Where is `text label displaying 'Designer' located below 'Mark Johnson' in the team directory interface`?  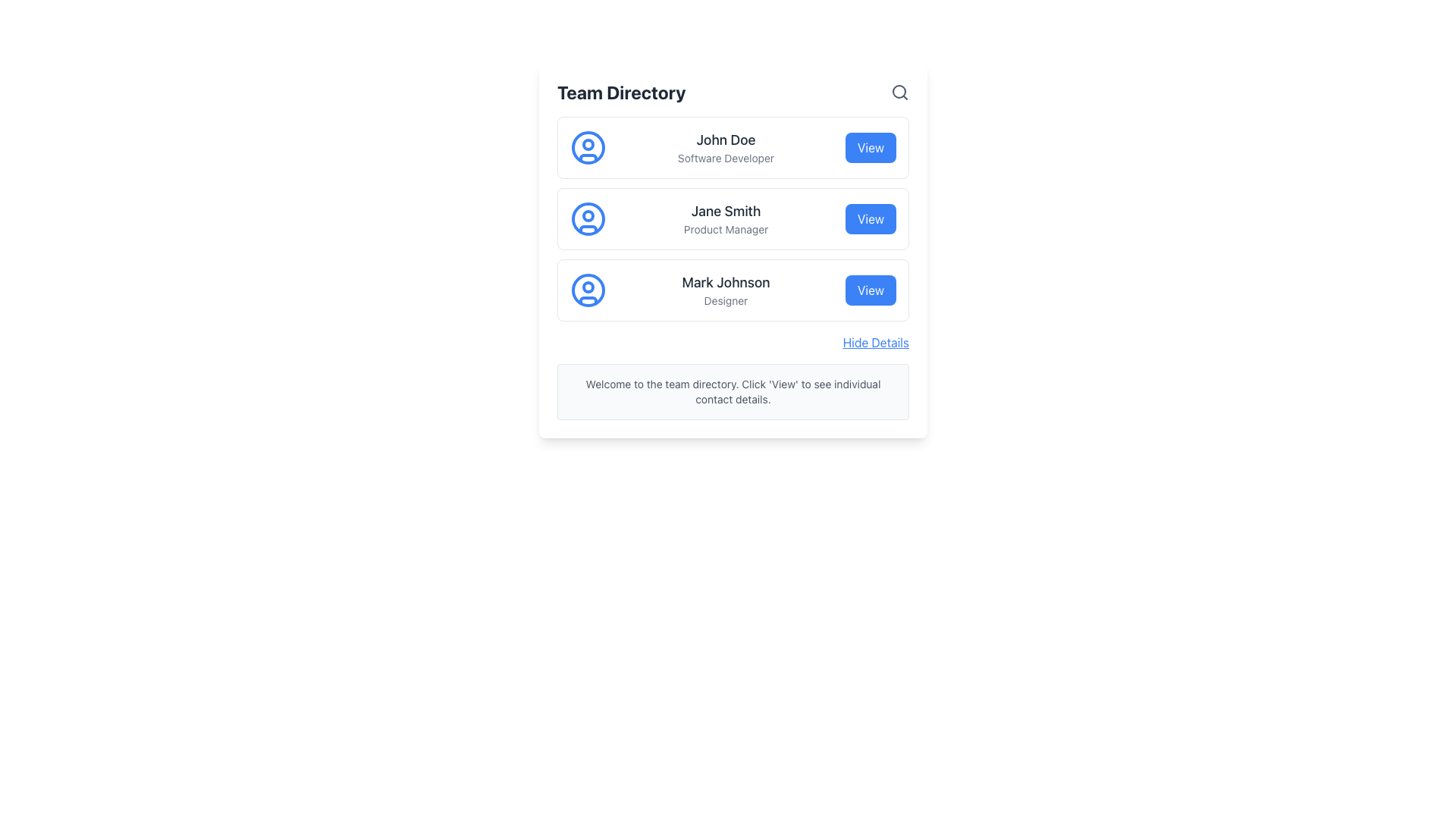 text label displaying 'Designer' located below 'Mark Johnson' in the team directory interface is located at coordinates (725, 301).